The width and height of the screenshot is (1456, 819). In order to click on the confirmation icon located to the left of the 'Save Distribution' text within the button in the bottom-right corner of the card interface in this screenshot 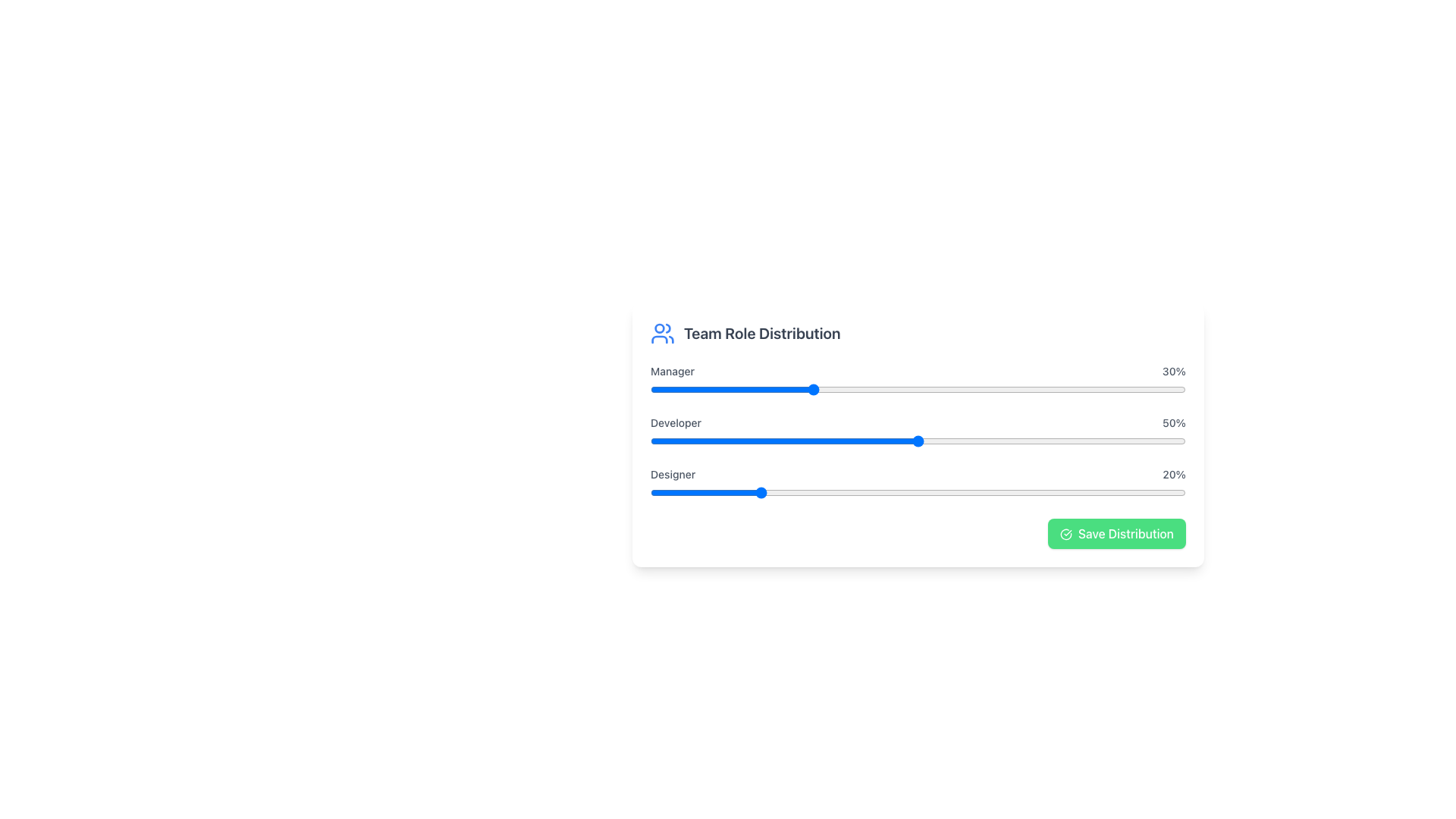, I will do `click(1065, 534)`.